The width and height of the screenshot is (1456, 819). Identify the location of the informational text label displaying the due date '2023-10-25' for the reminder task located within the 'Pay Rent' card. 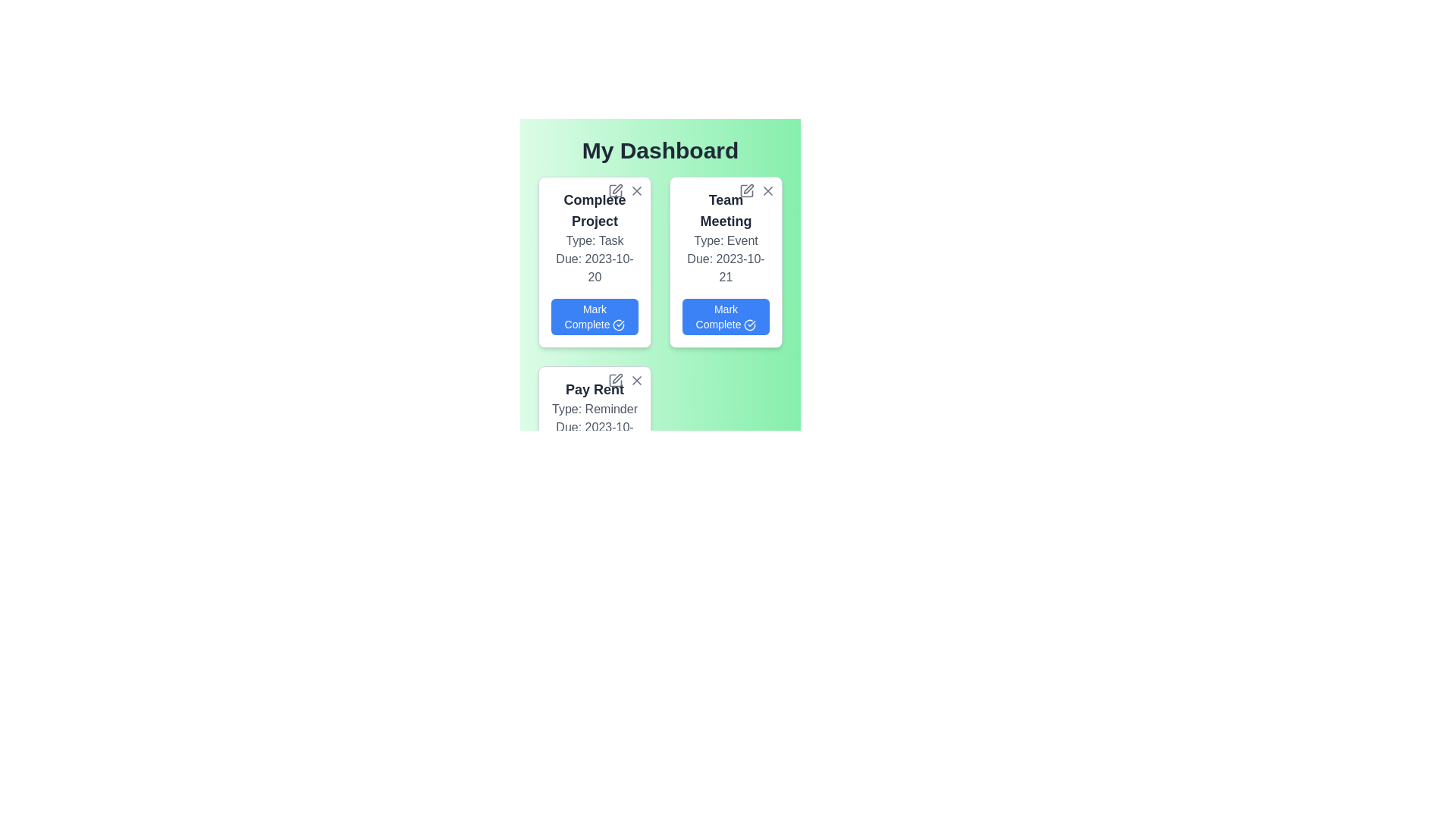
(594, 436).